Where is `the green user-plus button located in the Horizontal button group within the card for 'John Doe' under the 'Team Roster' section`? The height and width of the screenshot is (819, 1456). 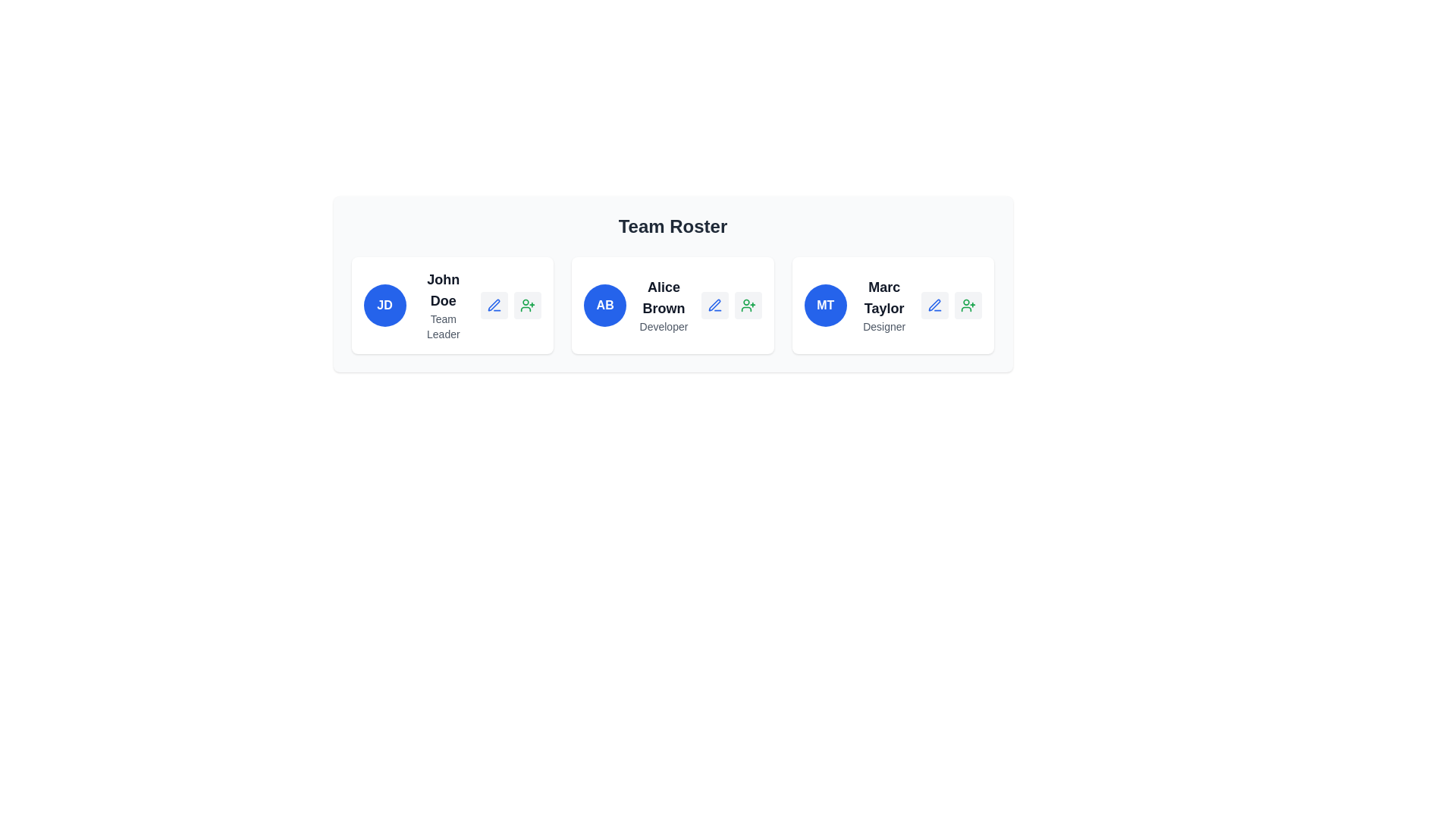
the green user-plus button located in the Horizontal button group within the card for 'John Doe' under the 'Team Roster' section is located at coordinates (510, 305).